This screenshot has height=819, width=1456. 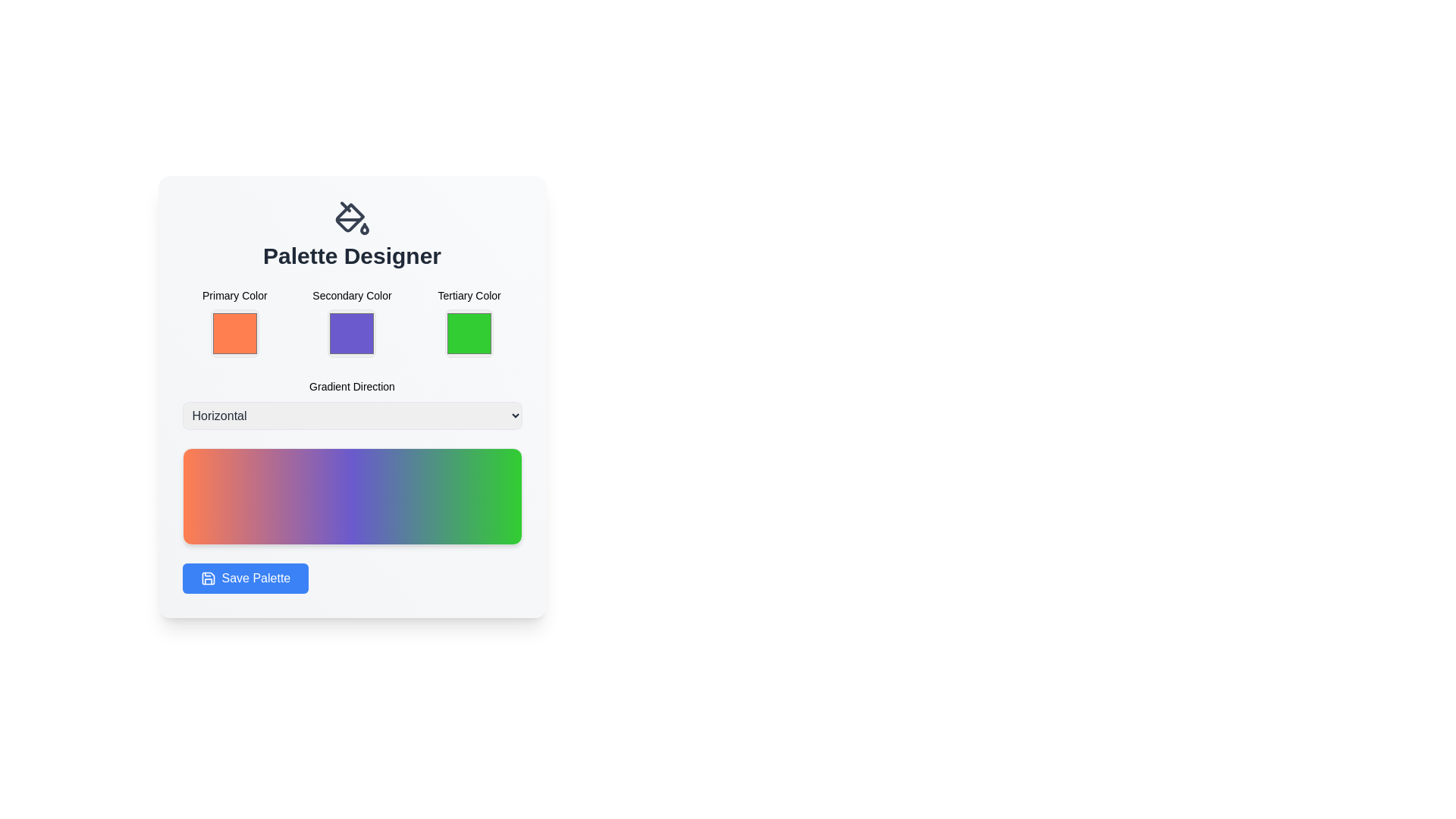 I want to click on the 'Save Palette' text label which is displayed in white font on a blue button located at the bottom center of the interface, so click(x=256, y=579).